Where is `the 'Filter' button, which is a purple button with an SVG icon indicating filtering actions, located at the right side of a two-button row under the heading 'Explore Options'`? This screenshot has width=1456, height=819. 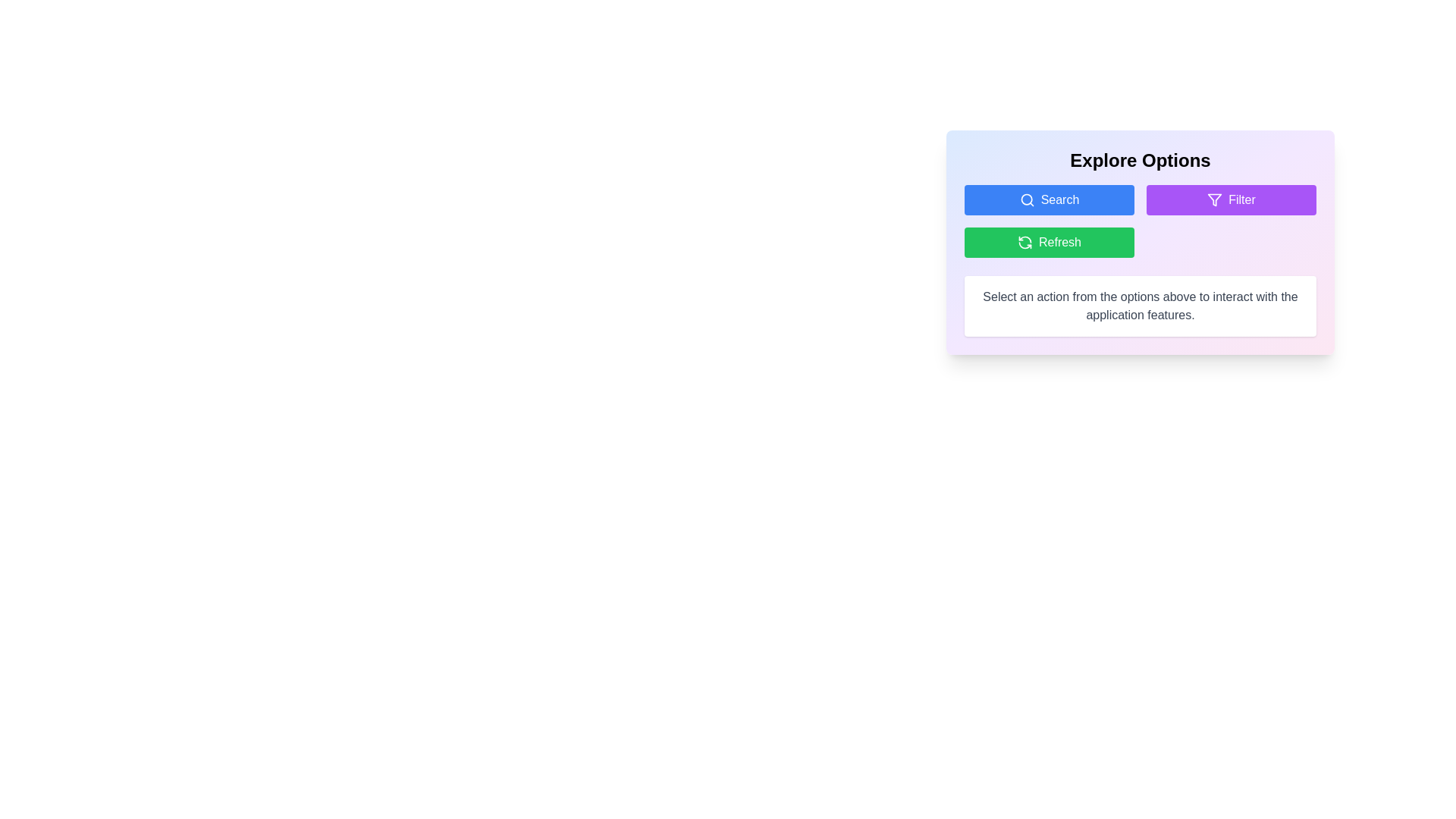 the 'Filter' button, which is a purple button with an SVG icon indicating filtering actions, located at the right side of a two-button row under the heading 'Explore Options' is located at coordinates (1215, 199).